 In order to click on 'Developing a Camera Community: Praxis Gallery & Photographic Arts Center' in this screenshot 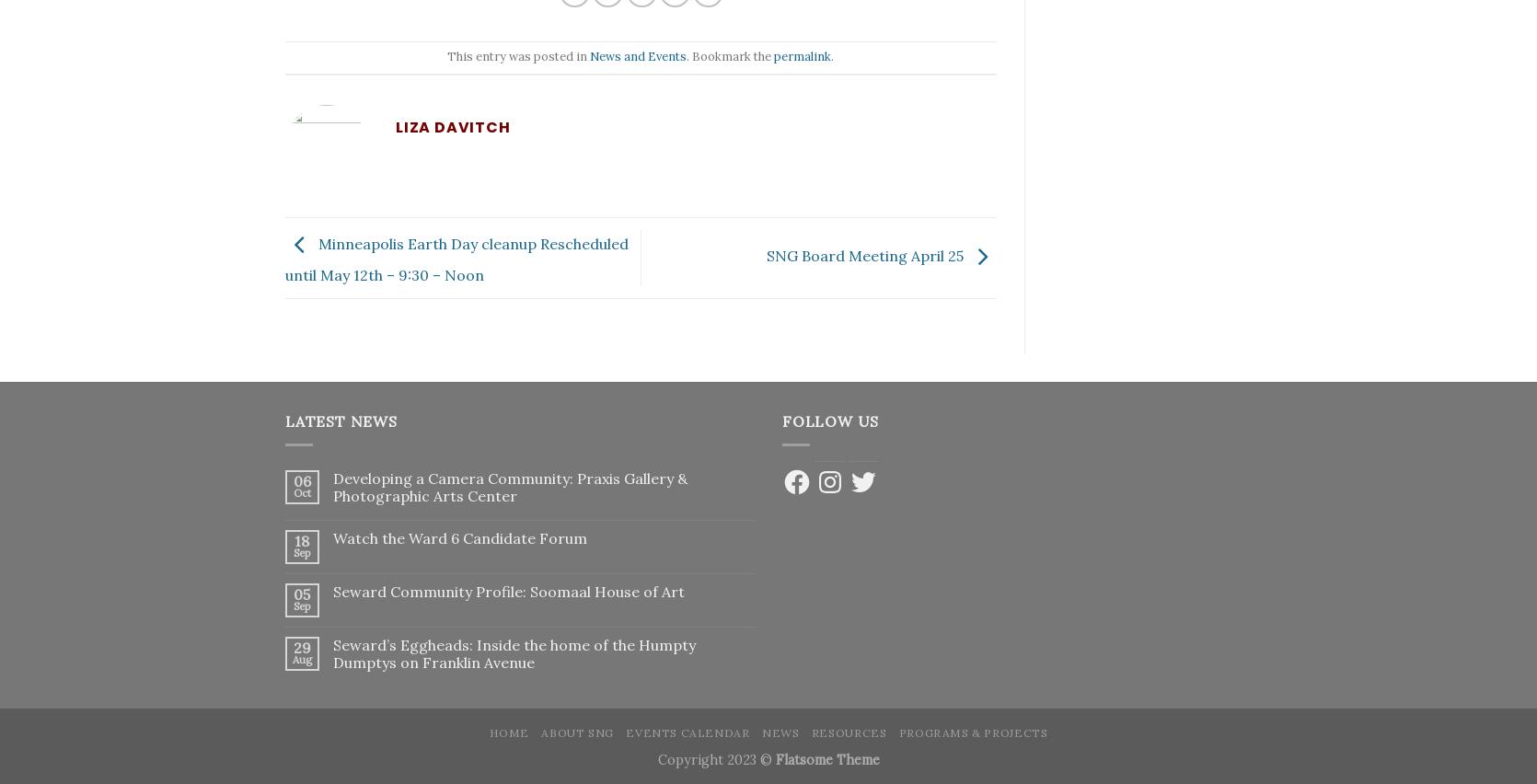, I will do `click(509, 485)`.